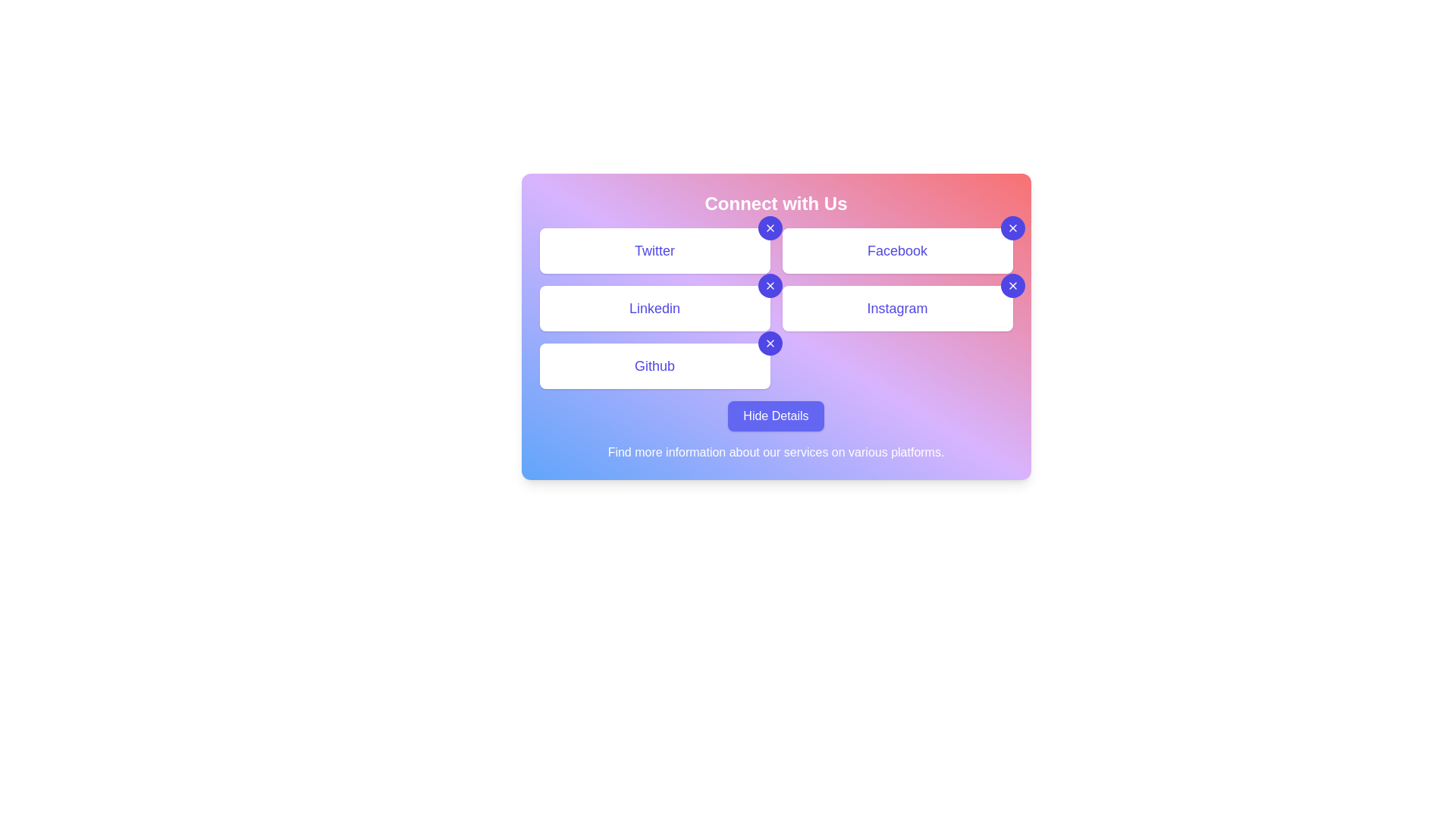  I want to click on the circular blue button with a white 'X' icon, so click(770, 343).